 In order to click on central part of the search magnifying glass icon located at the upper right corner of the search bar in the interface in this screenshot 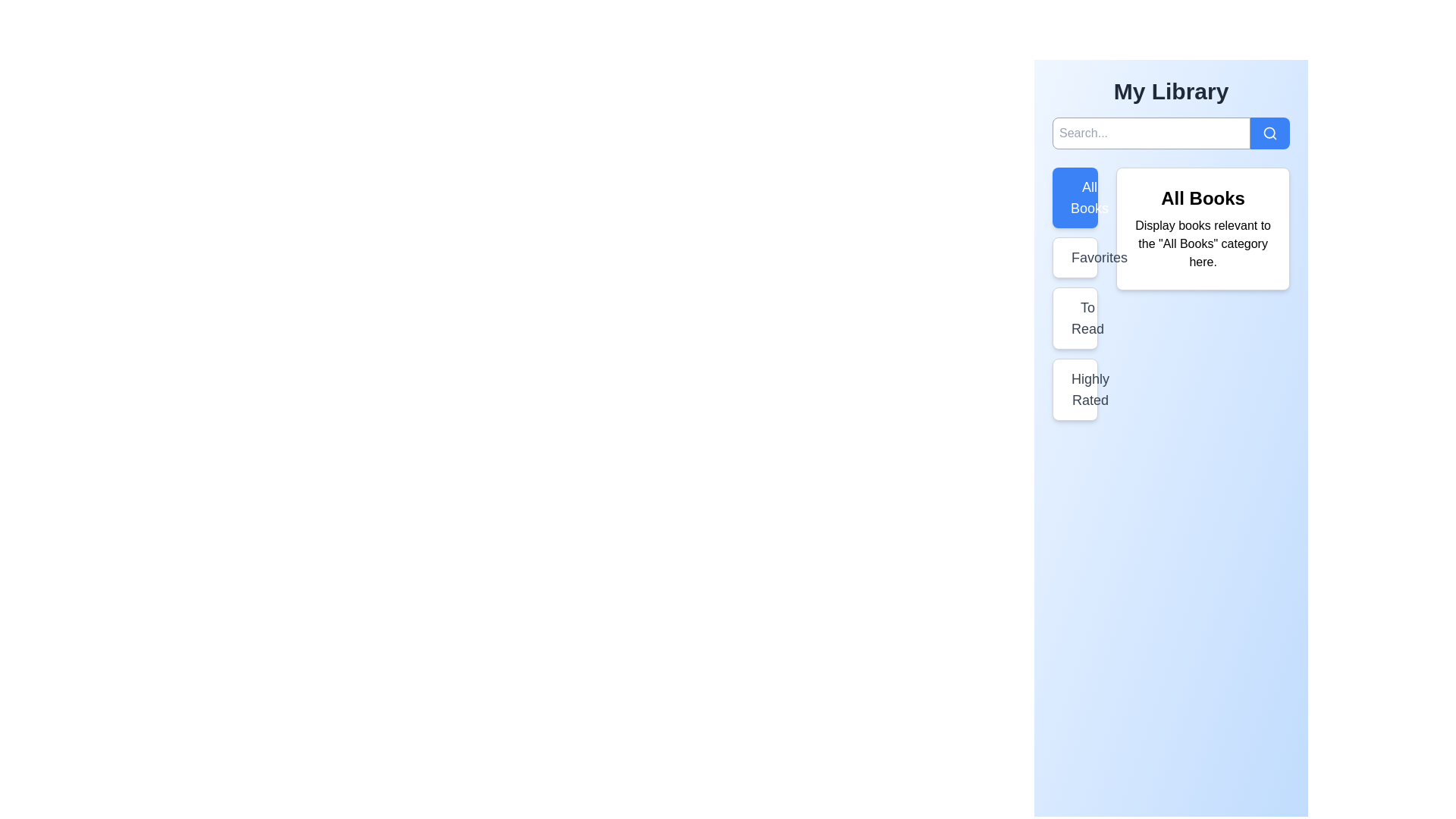, I will do `click(1269, 132)`.